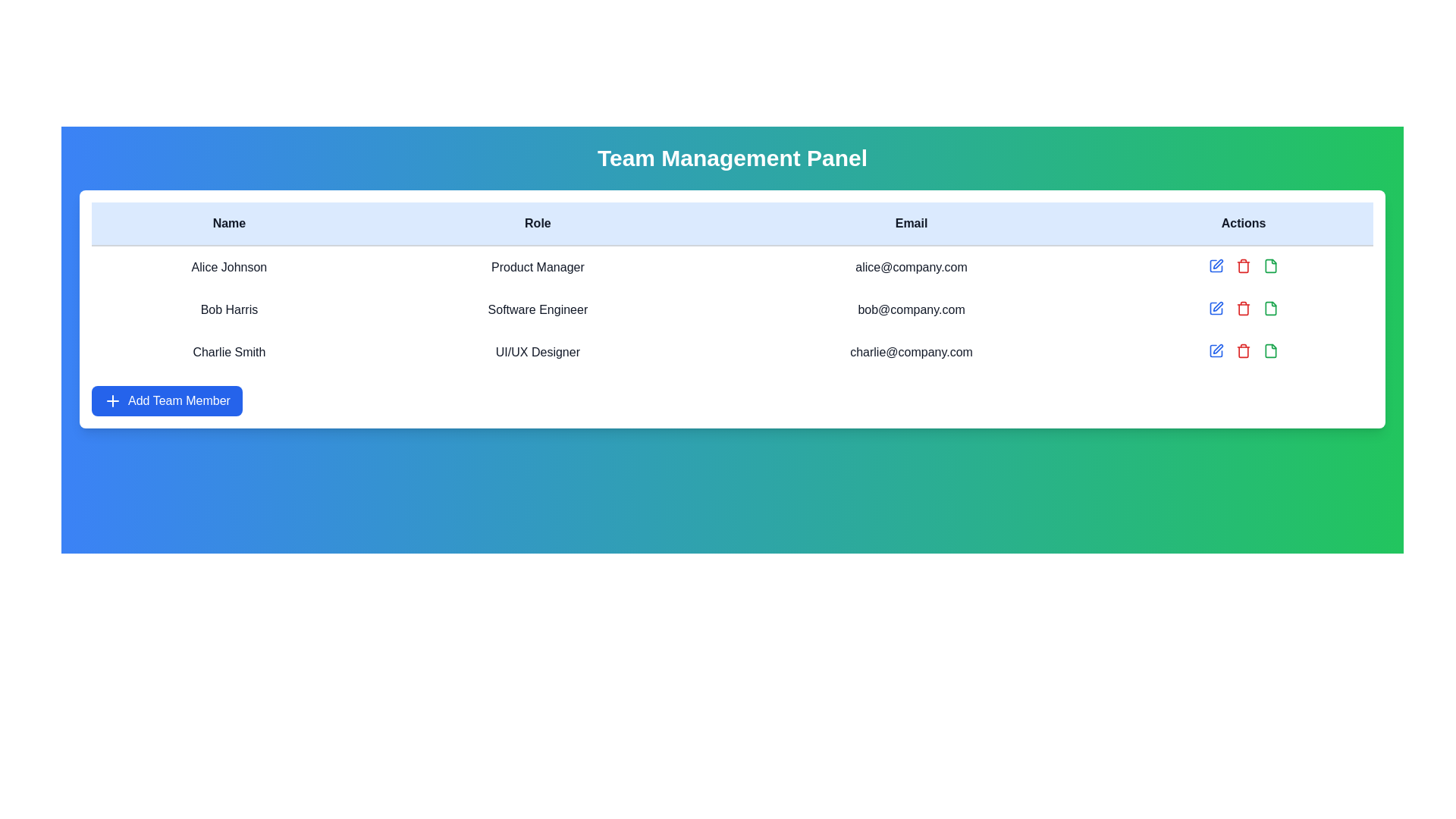  What do you see at coordinates (228, 224) in the screenshot?
I see `the 'User Names' text label, which is the first column header in the data table, positioned at the top-left and adjacent to the 'Role' column` at bounding box center [228, 224].